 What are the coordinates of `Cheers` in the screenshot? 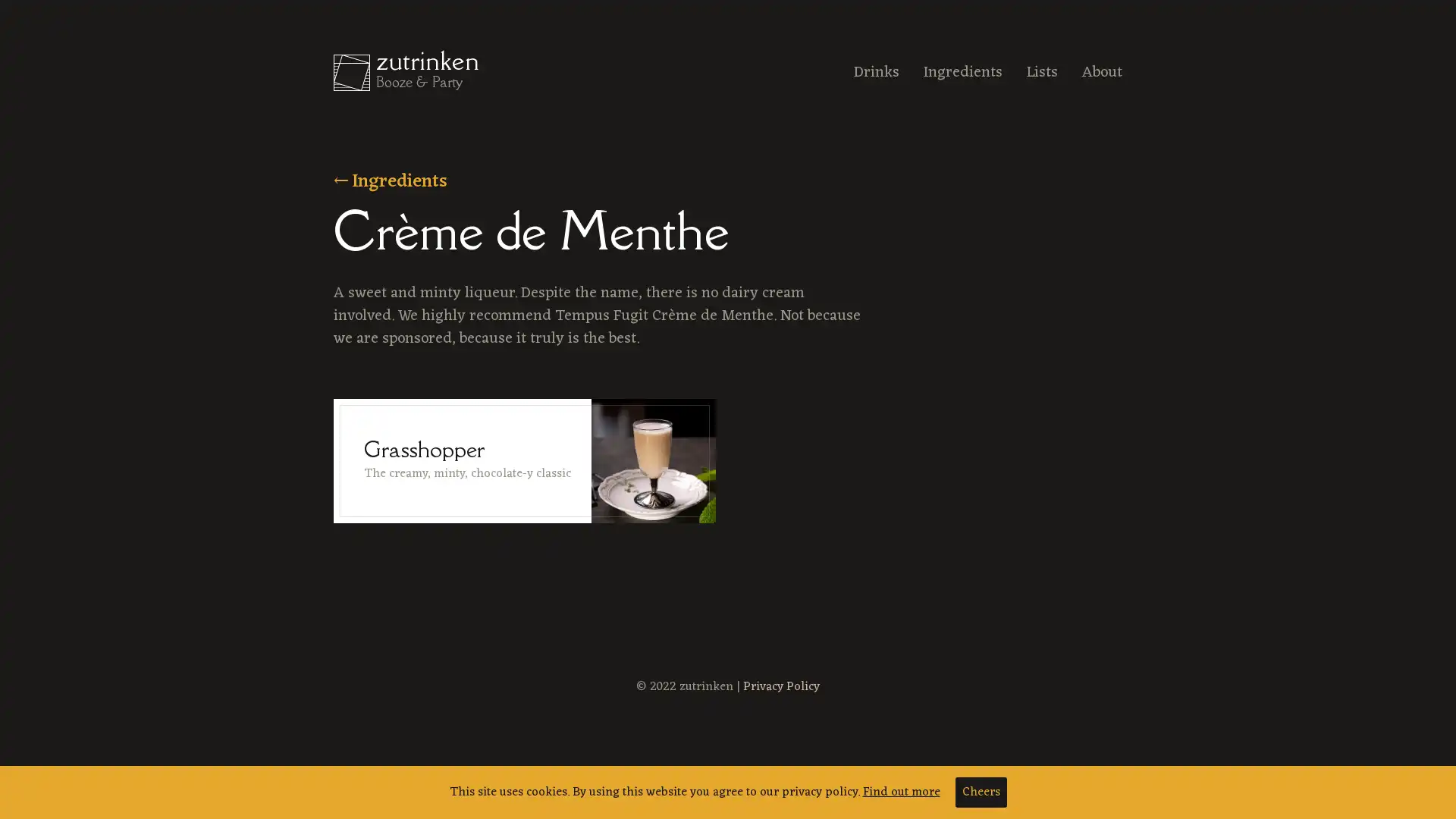 It's located at (980, 792).